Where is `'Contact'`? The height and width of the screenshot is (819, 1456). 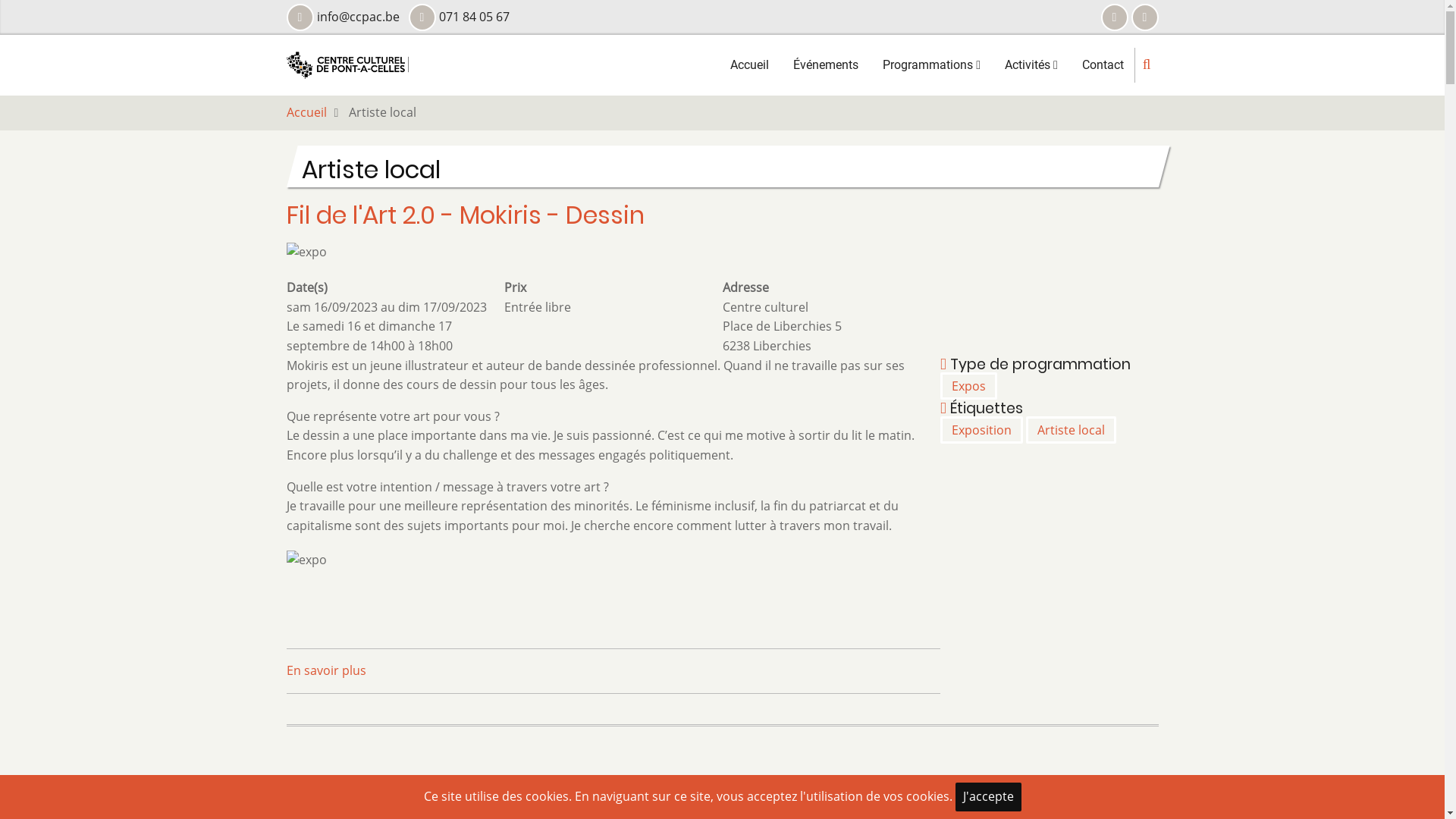 'Contact' is located at coordinates (1103, 64).